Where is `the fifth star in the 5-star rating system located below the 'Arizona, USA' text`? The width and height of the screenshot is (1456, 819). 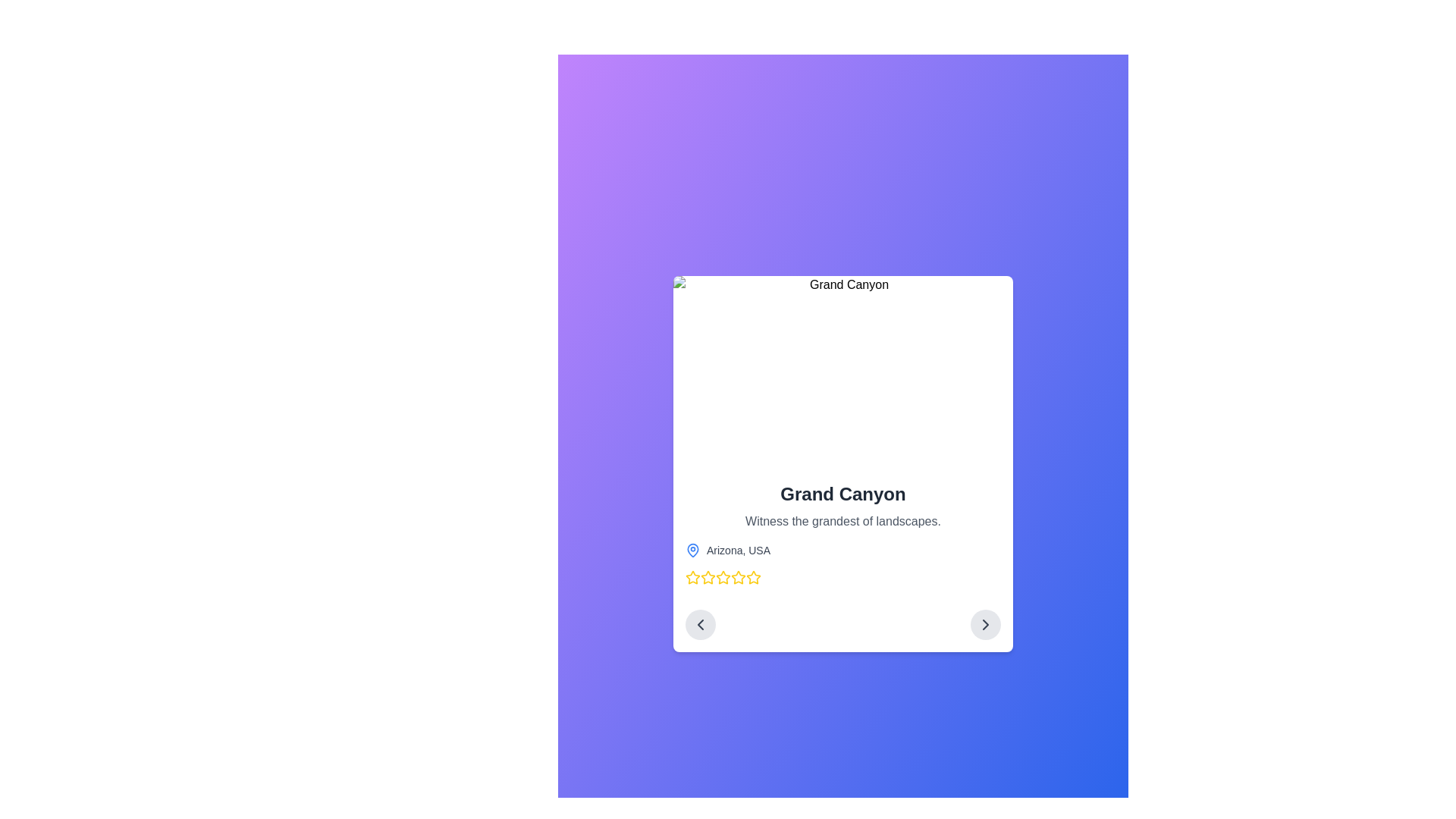 the fifth star in the 5-star rating system located below the 'Arizona, USA' text is located at coordinates (723, 578).